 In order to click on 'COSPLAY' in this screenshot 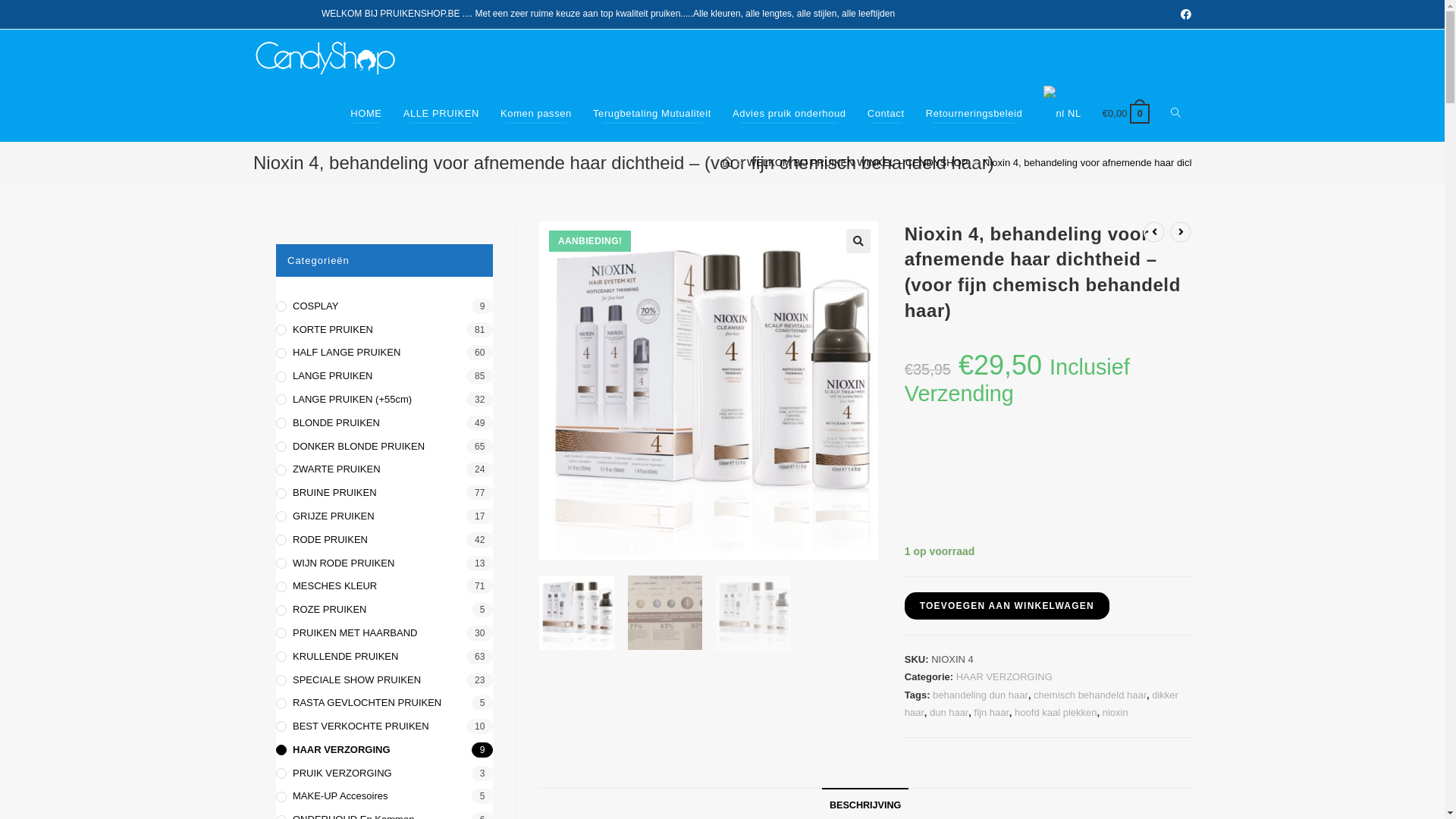, I will do `click(384, 306)`.